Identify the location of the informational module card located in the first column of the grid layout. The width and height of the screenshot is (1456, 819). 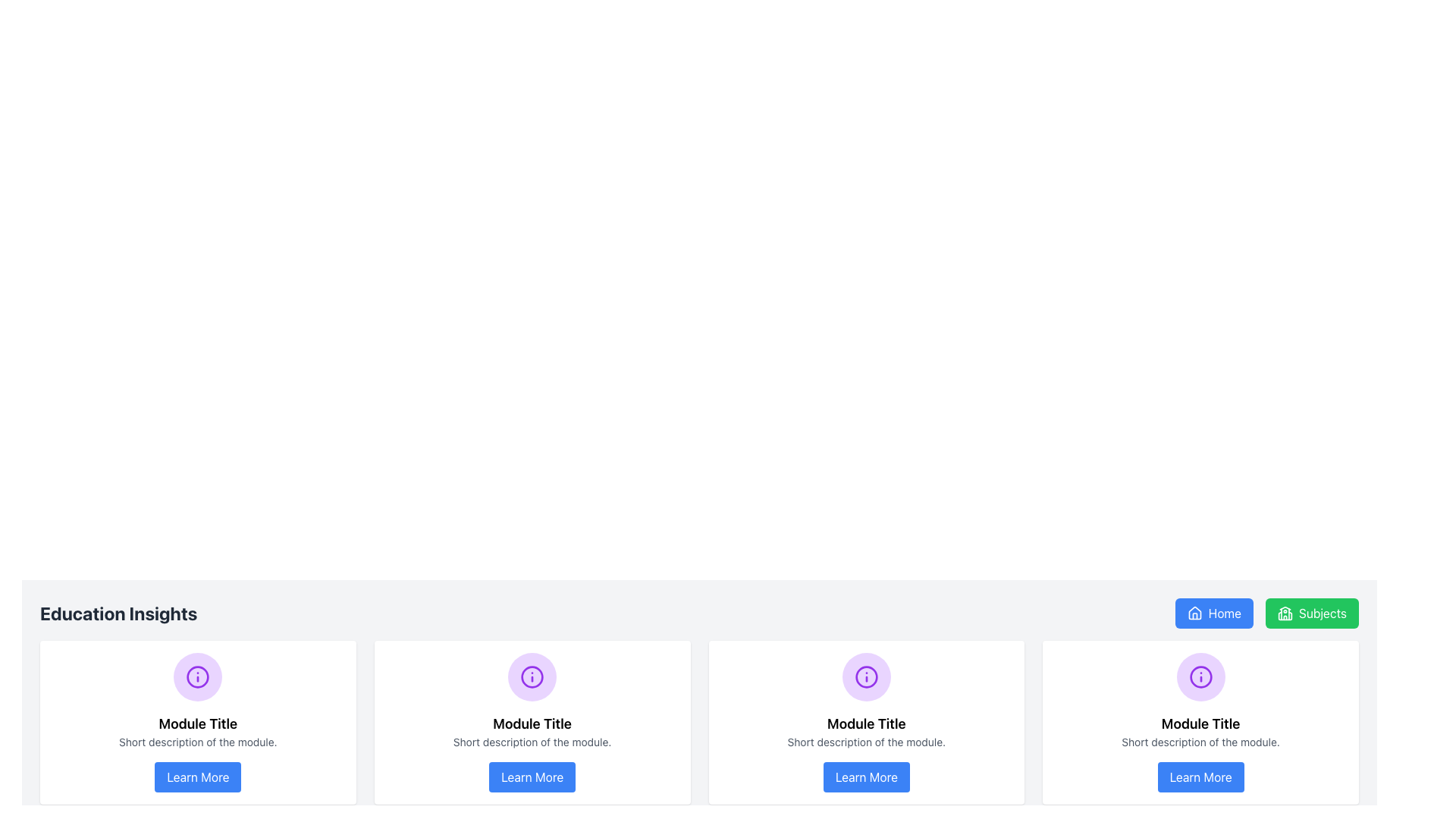
(197, 721).